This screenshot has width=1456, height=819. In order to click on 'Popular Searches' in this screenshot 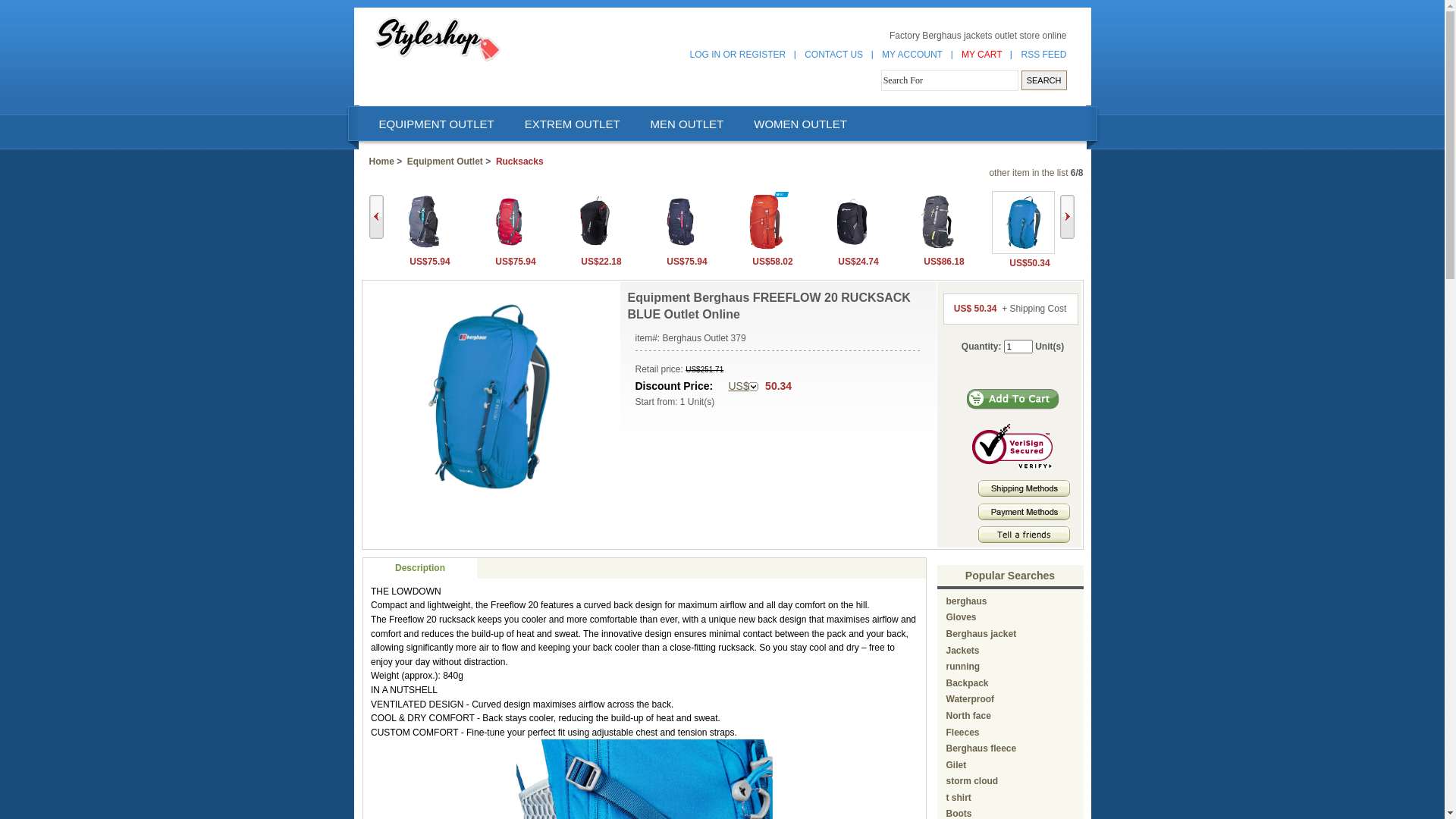, I will do `click(1009, 576)`.